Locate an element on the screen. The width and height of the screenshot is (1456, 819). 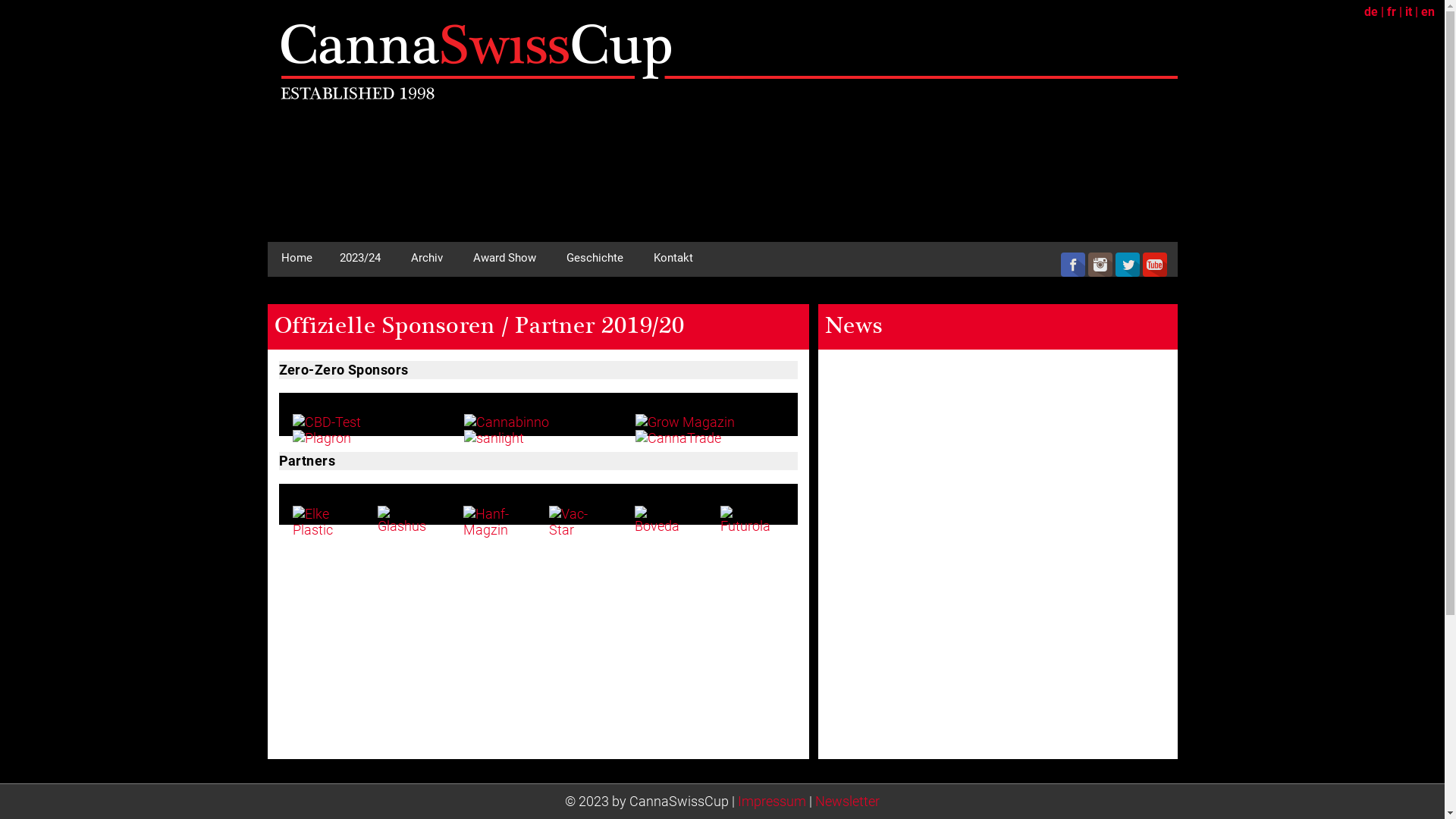
'Home' is located at coordinates (266, 256).